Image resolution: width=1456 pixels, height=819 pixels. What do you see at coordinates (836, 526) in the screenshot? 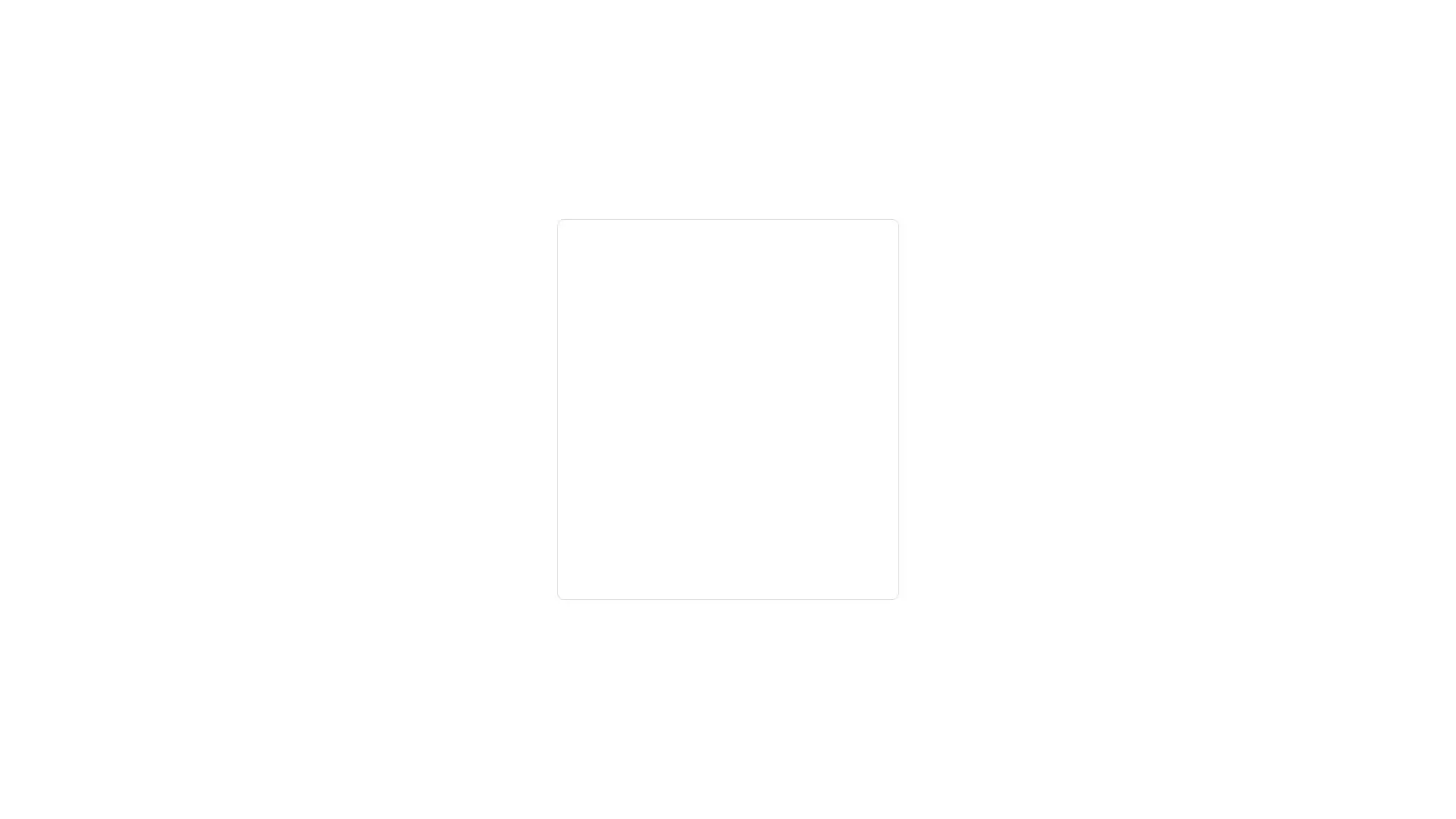
I see `Next` at bounding box center [836, 526].